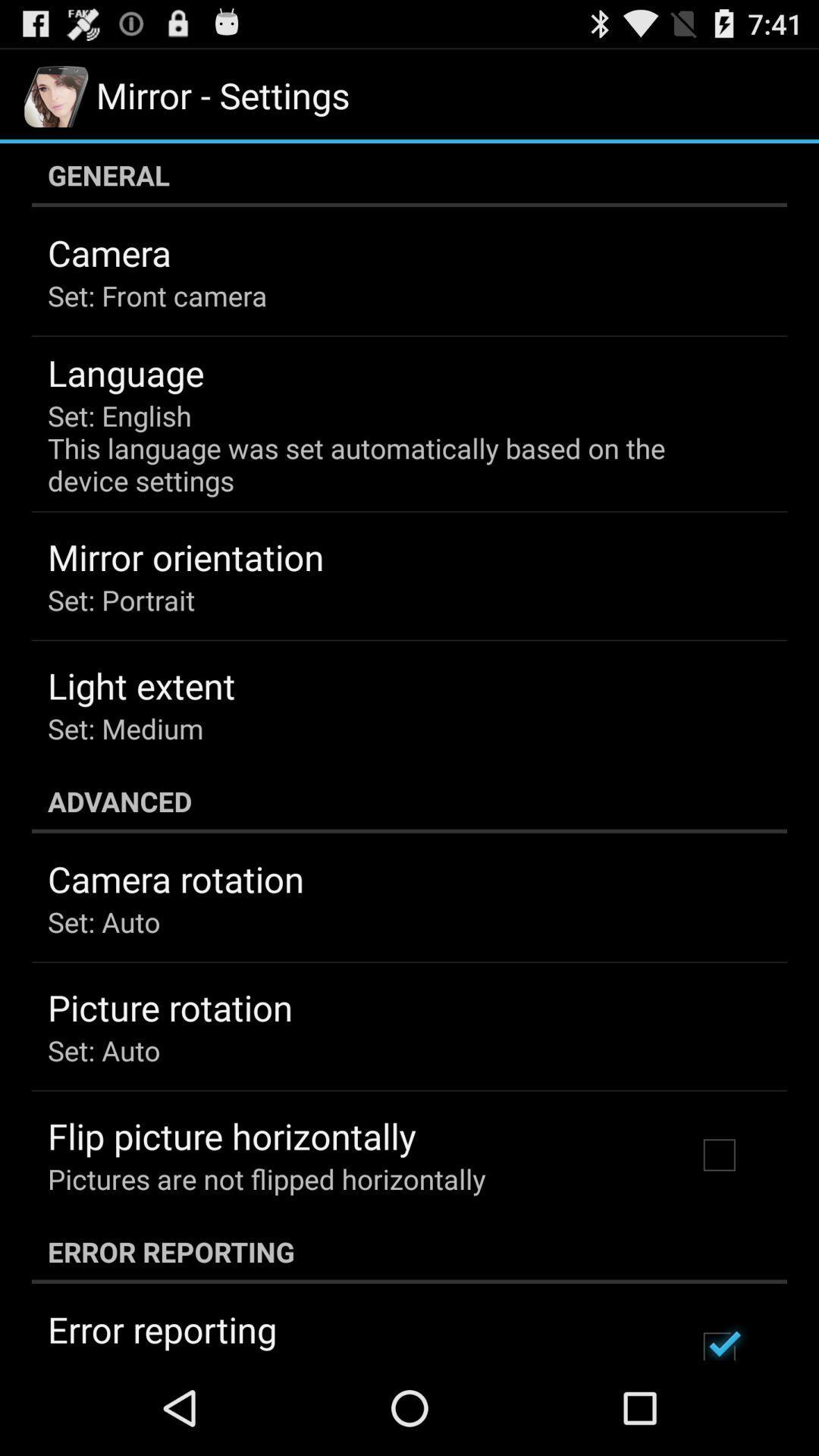 The image size is (819, 1456). I want to click on the flip picture horizontally app, so click(231, 1136).